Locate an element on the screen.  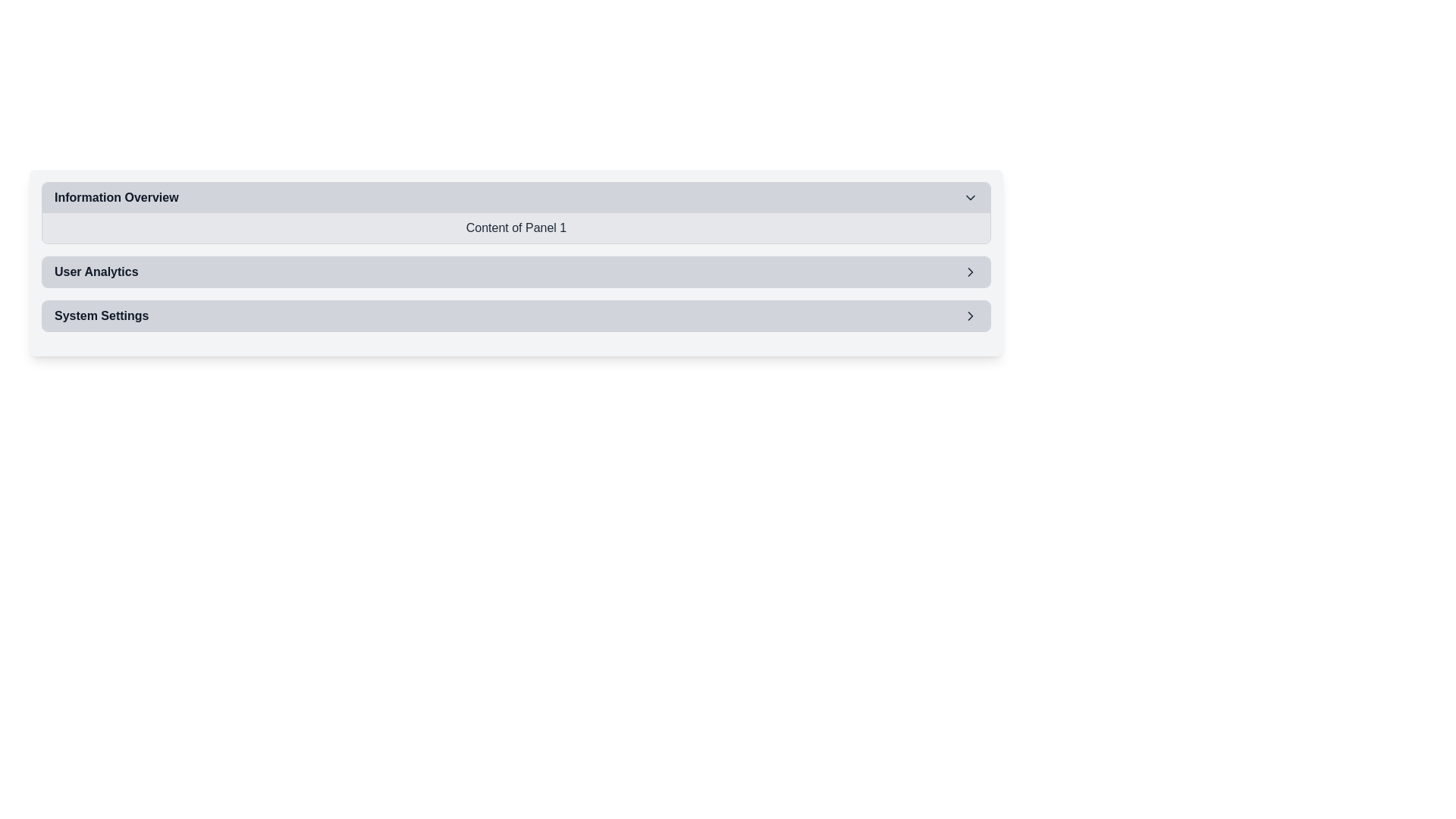
the 'Information Overview' toggle button to change its background style is located at coordinates (516, 197).